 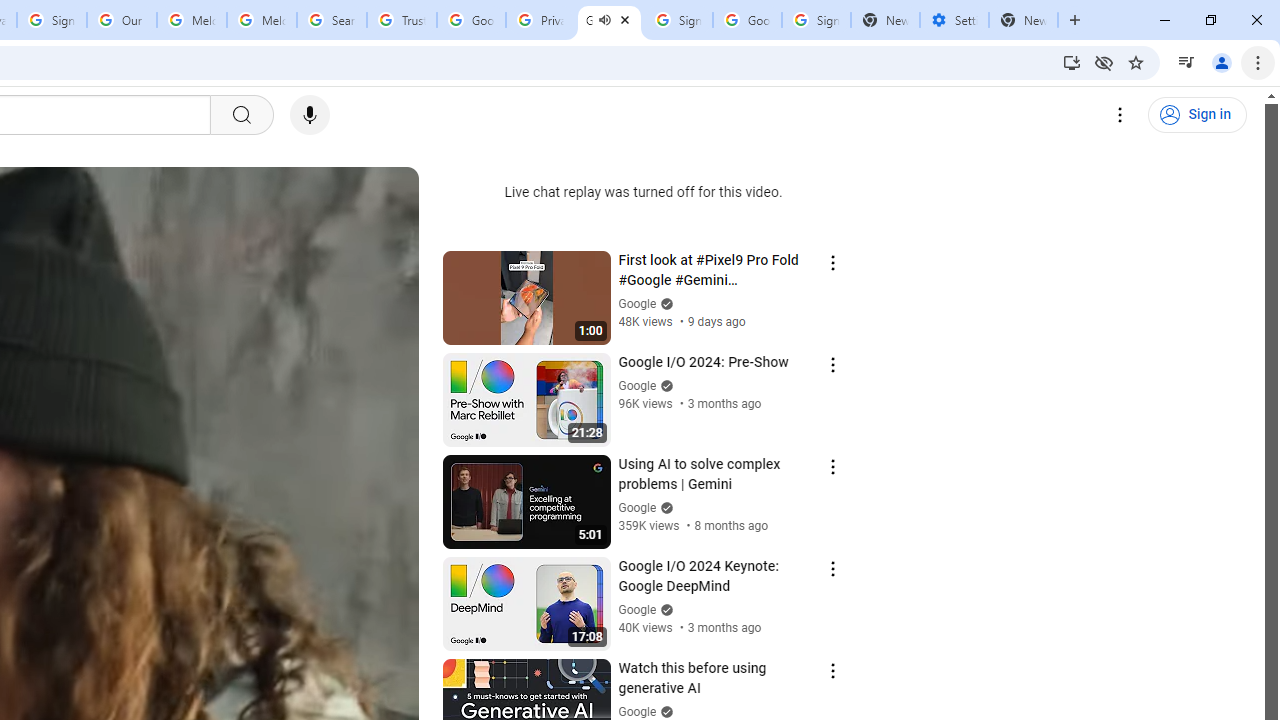 I want to click on 'Sign in - Google Accounts', so click(x=816, y=20).